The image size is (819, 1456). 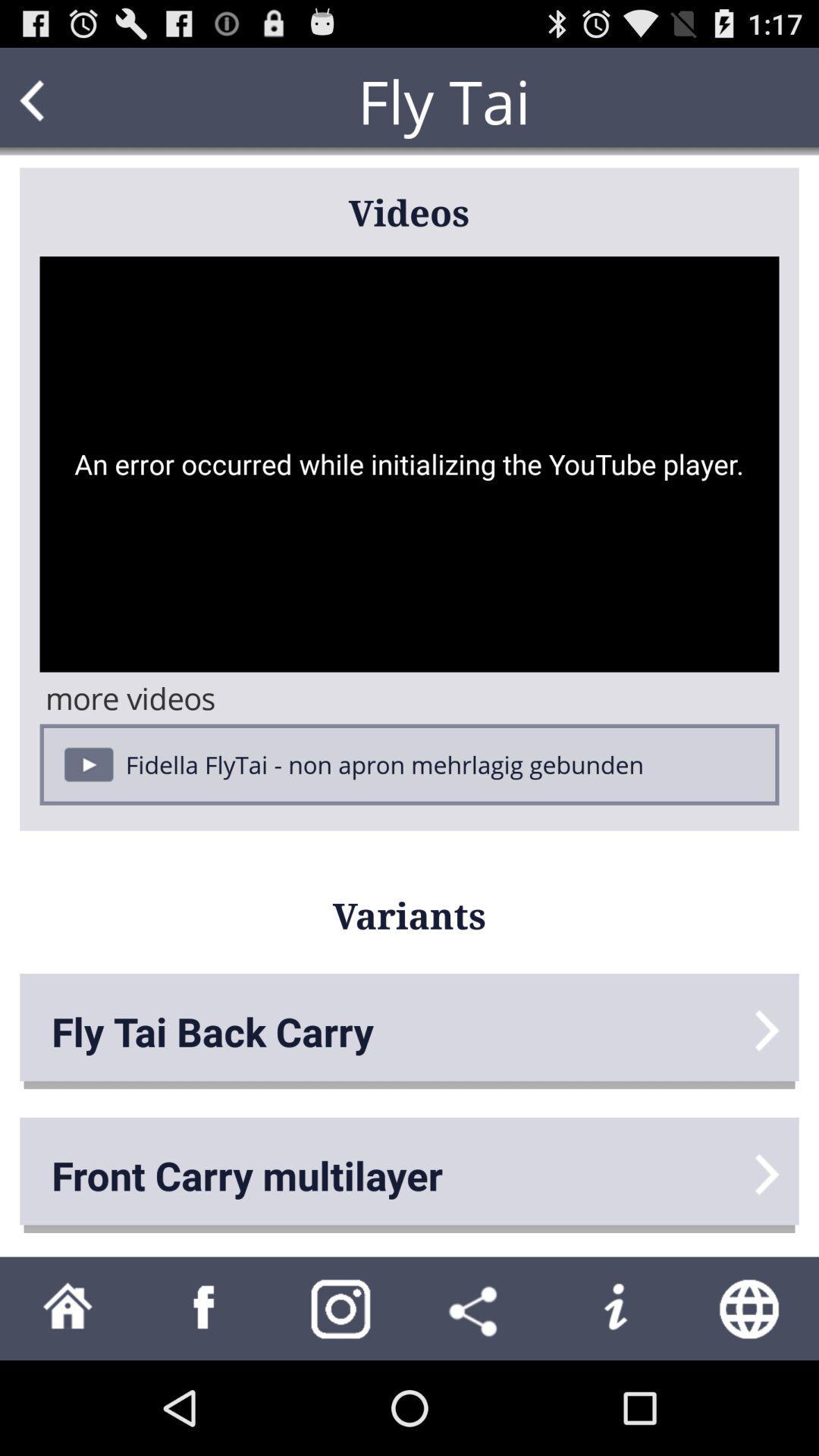 I want to click on search web, so click(x=751, y=1307).